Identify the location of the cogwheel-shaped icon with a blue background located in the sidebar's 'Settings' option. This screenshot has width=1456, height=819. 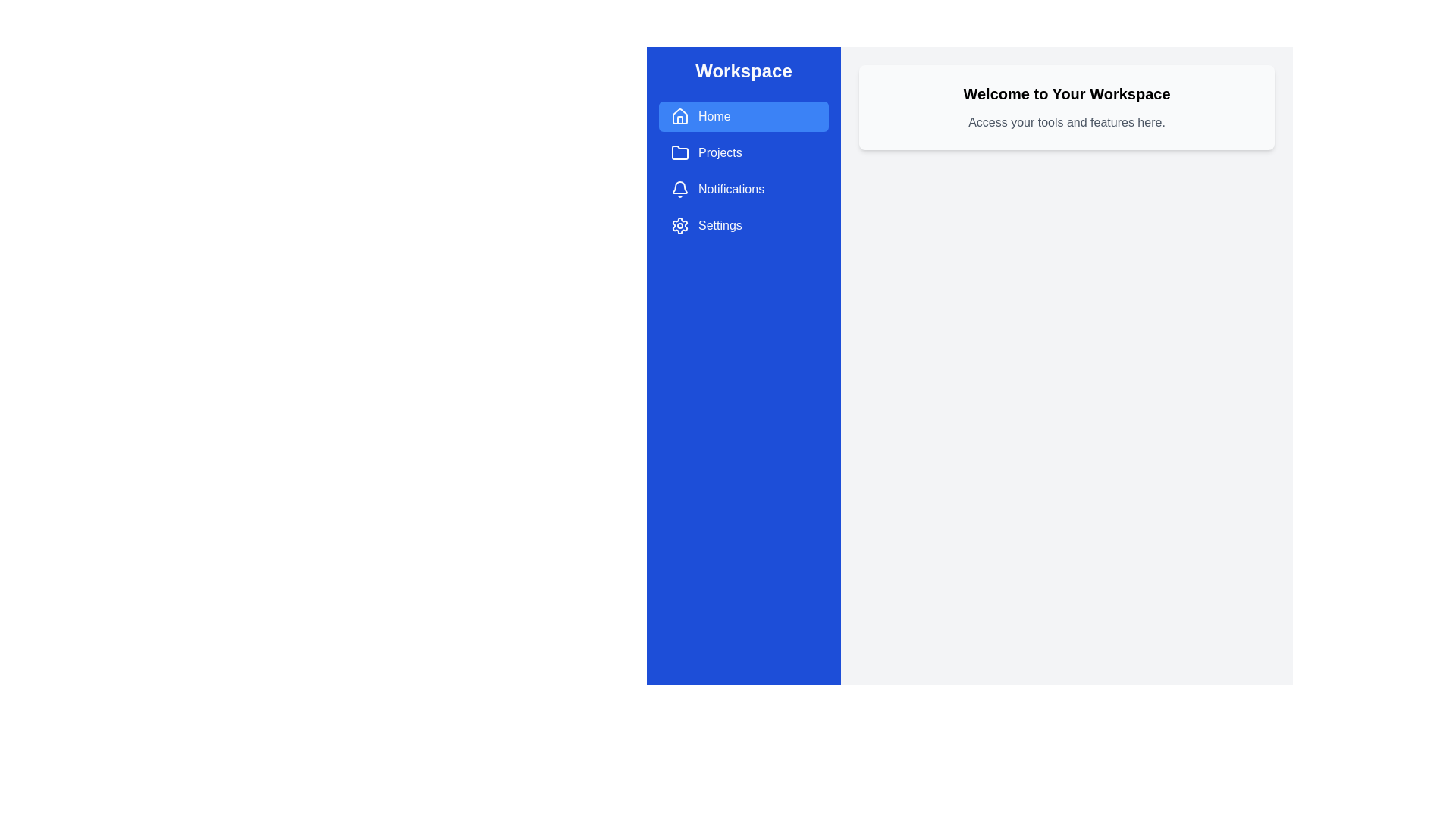
(679, 225).